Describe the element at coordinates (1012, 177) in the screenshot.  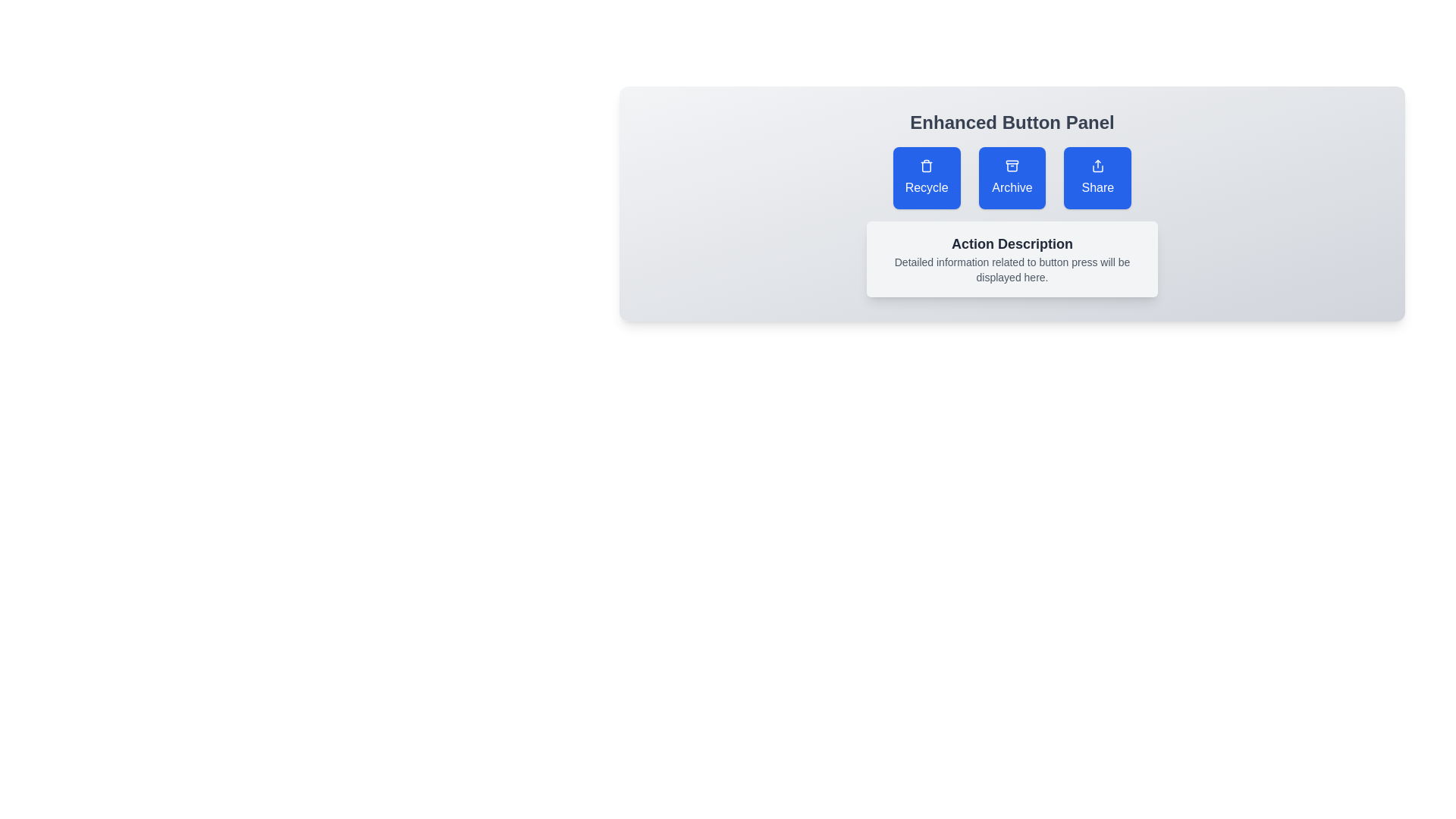
I see `the 'Archive' button located in the middle of the three-button grid under the 'Enhanced Button Panel'` at that location.